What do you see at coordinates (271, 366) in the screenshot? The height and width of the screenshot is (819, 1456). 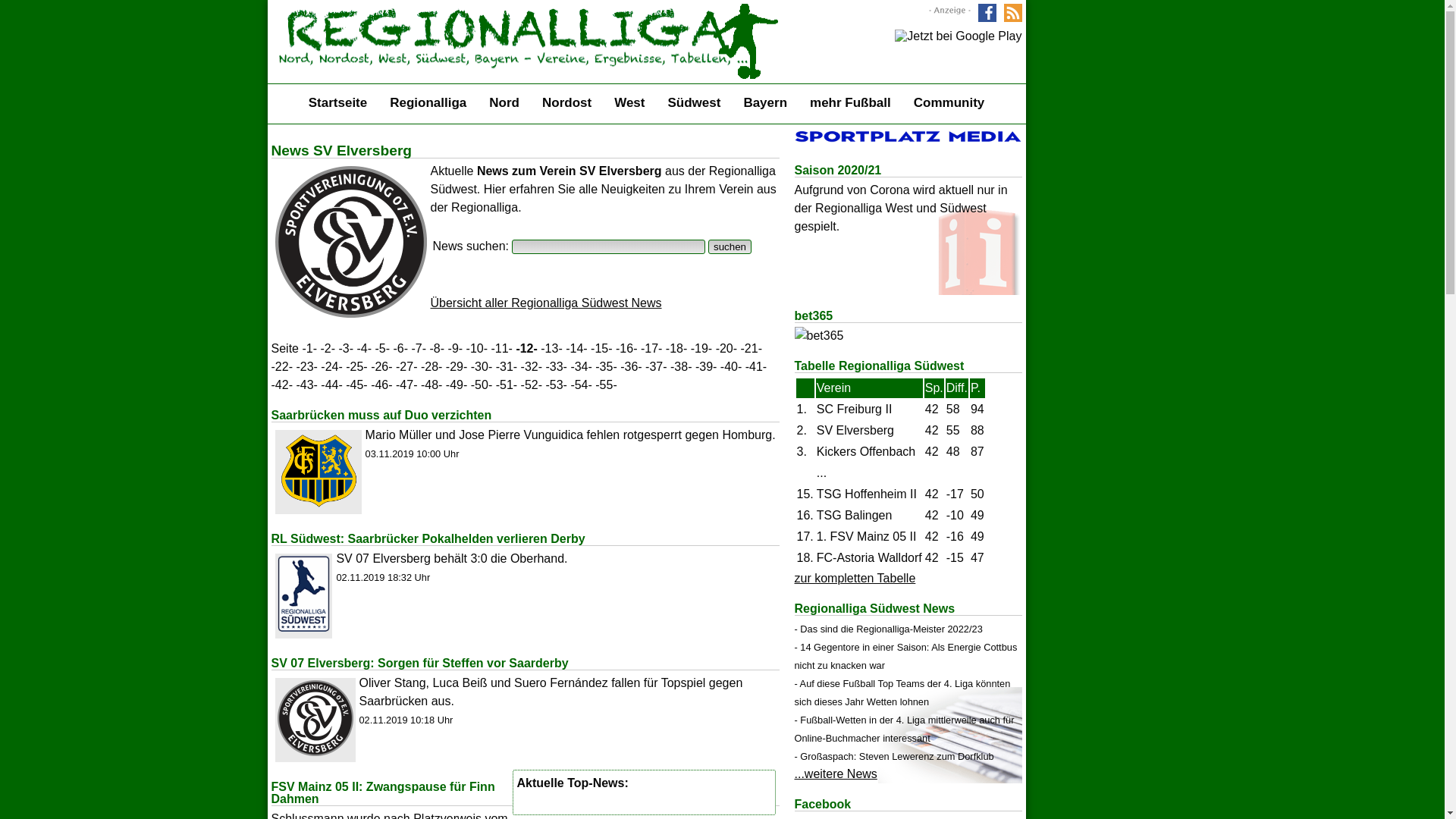 I see `'-22-'` at bounding box center [271, 366].